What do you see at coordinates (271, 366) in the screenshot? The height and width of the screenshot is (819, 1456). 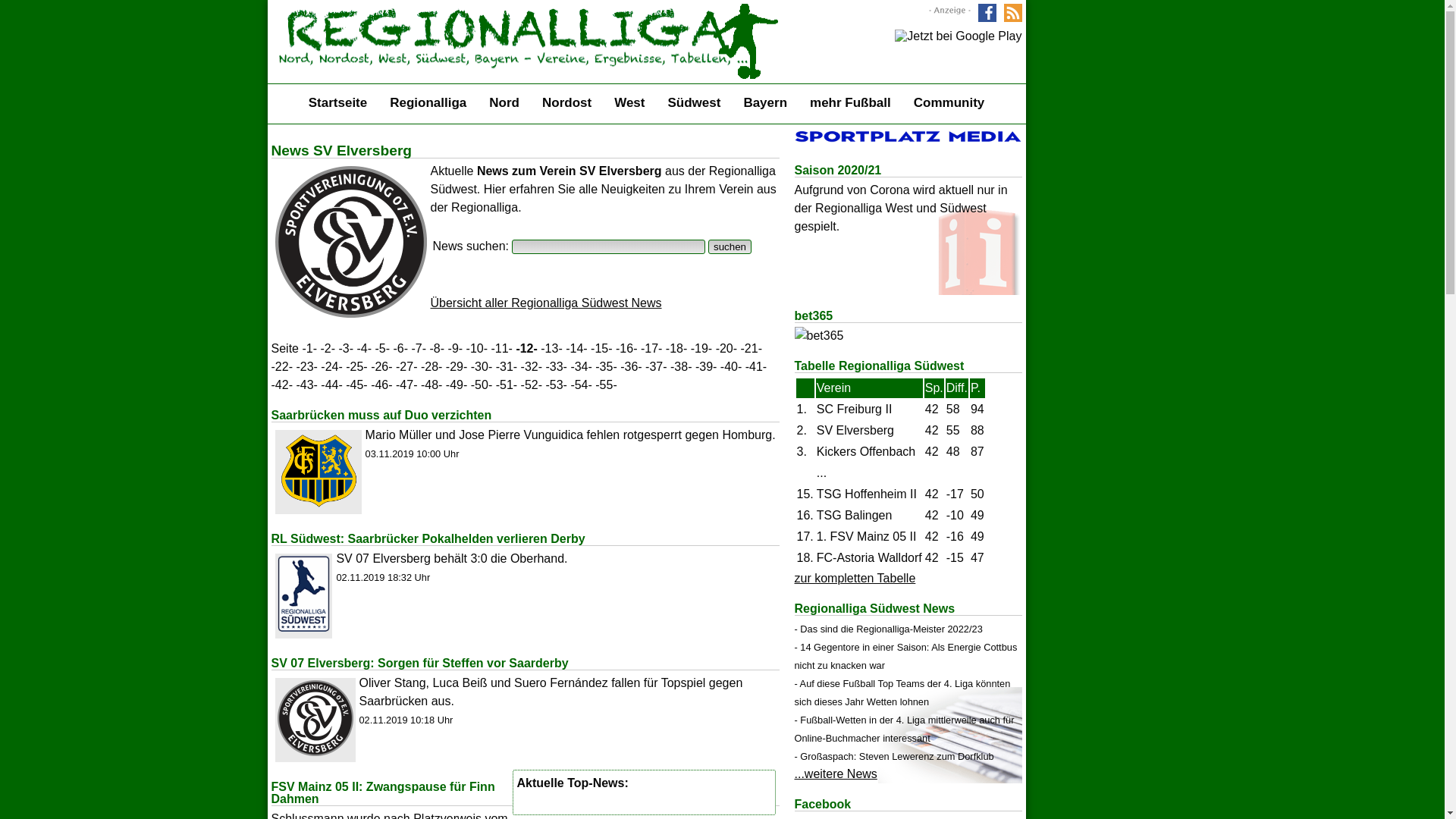 I see `'-22-'` at bounding box center [271, 366].